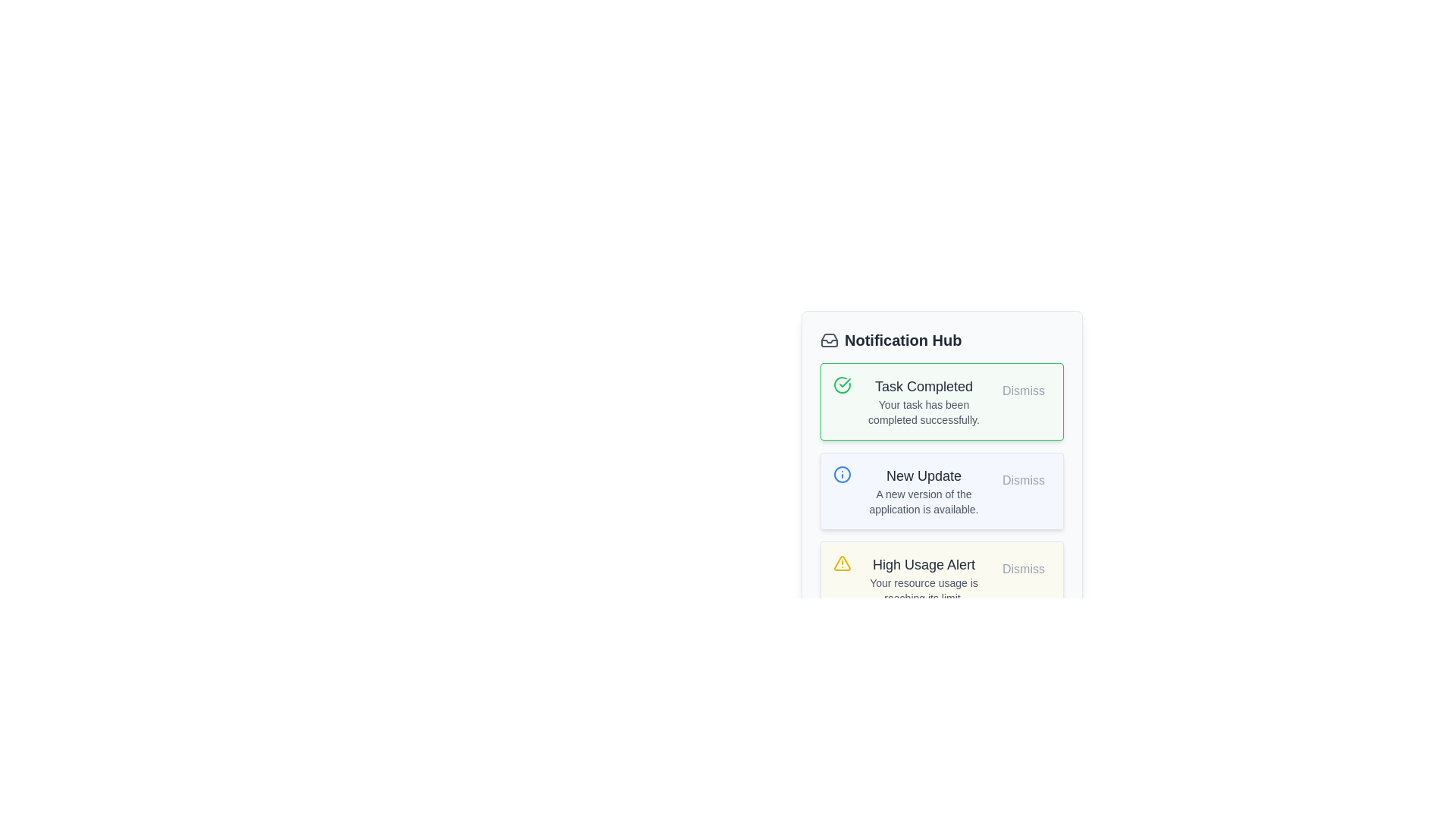 The image size is (1456, 819). Describe the element at coordinates (841, 563) in the screenshot. I see `the triangular warning icon with a yellow border and an exclamation mark inside, located at the top-left of the 'High Usage Alert' notification card` at that location.